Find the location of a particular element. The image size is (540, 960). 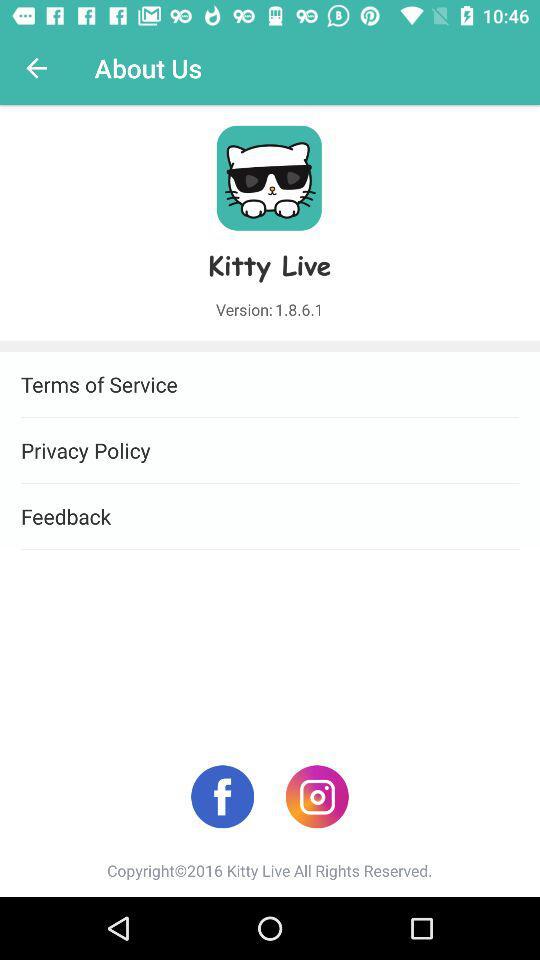

the photo icon is located at coordinates (317, 796).